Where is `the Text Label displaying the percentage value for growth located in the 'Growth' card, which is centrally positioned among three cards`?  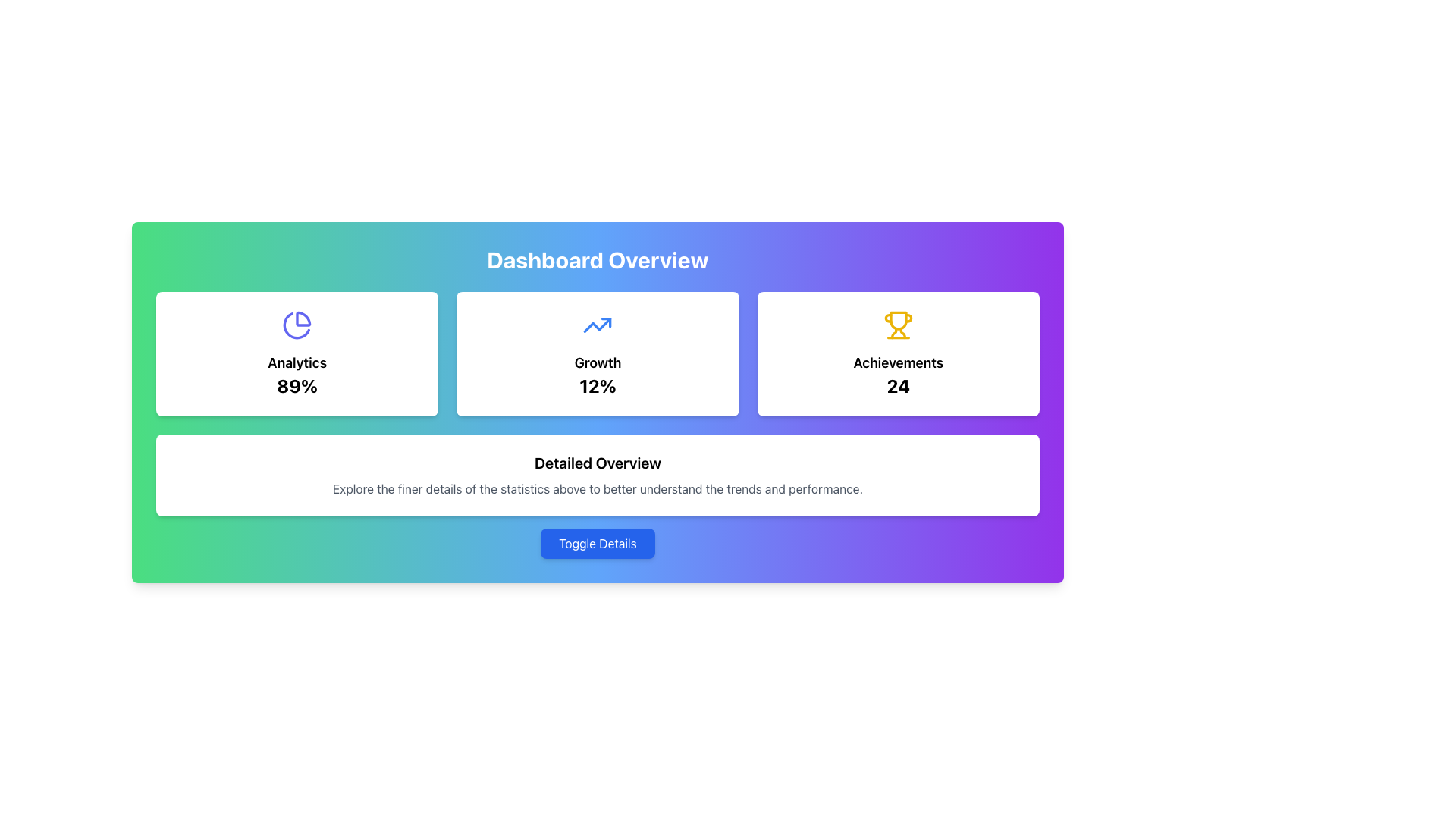
the Text Label displaying the percentage value for growth located in the 'Growth' card, which is centrally positioned among three cards is located at coordinates (597, 385).